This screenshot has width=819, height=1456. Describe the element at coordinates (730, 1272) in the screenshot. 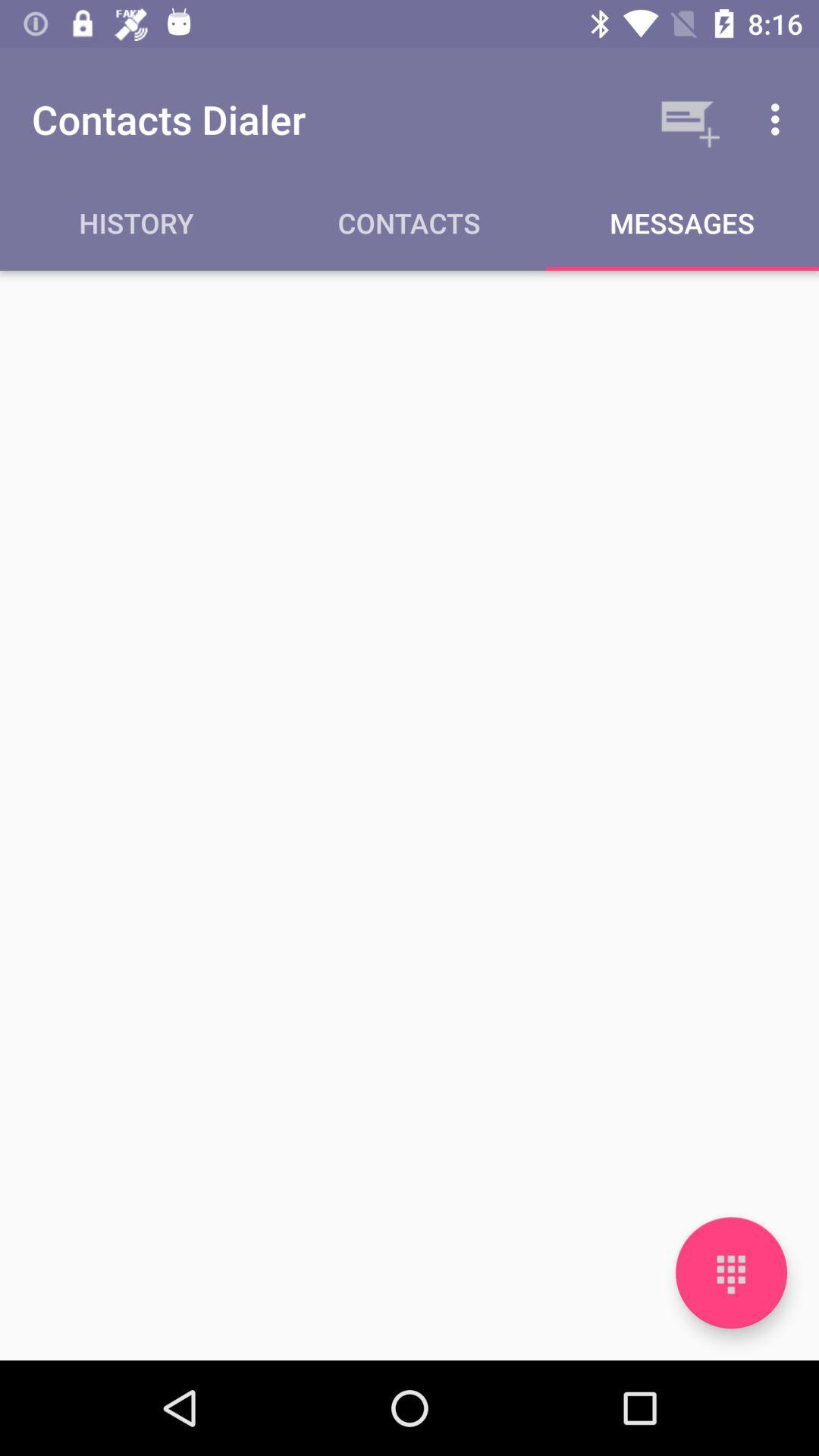

I see `the item at the bottom right corner` at that location.